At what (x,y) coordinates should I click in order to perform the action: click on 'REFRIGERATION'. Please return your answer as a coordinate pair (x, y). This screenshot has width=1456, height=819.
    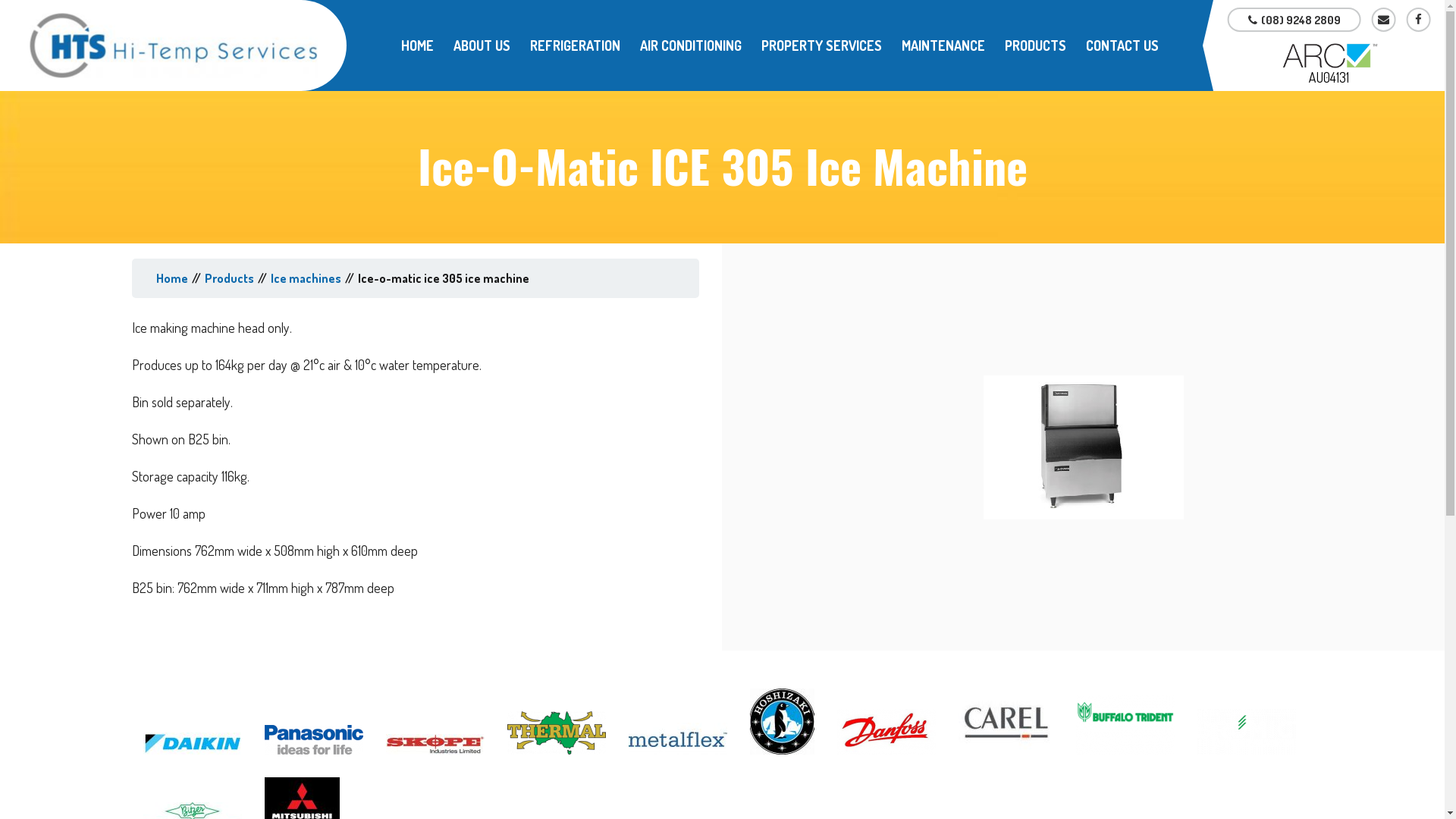
    Looking at the image, I should click on (574, 45).